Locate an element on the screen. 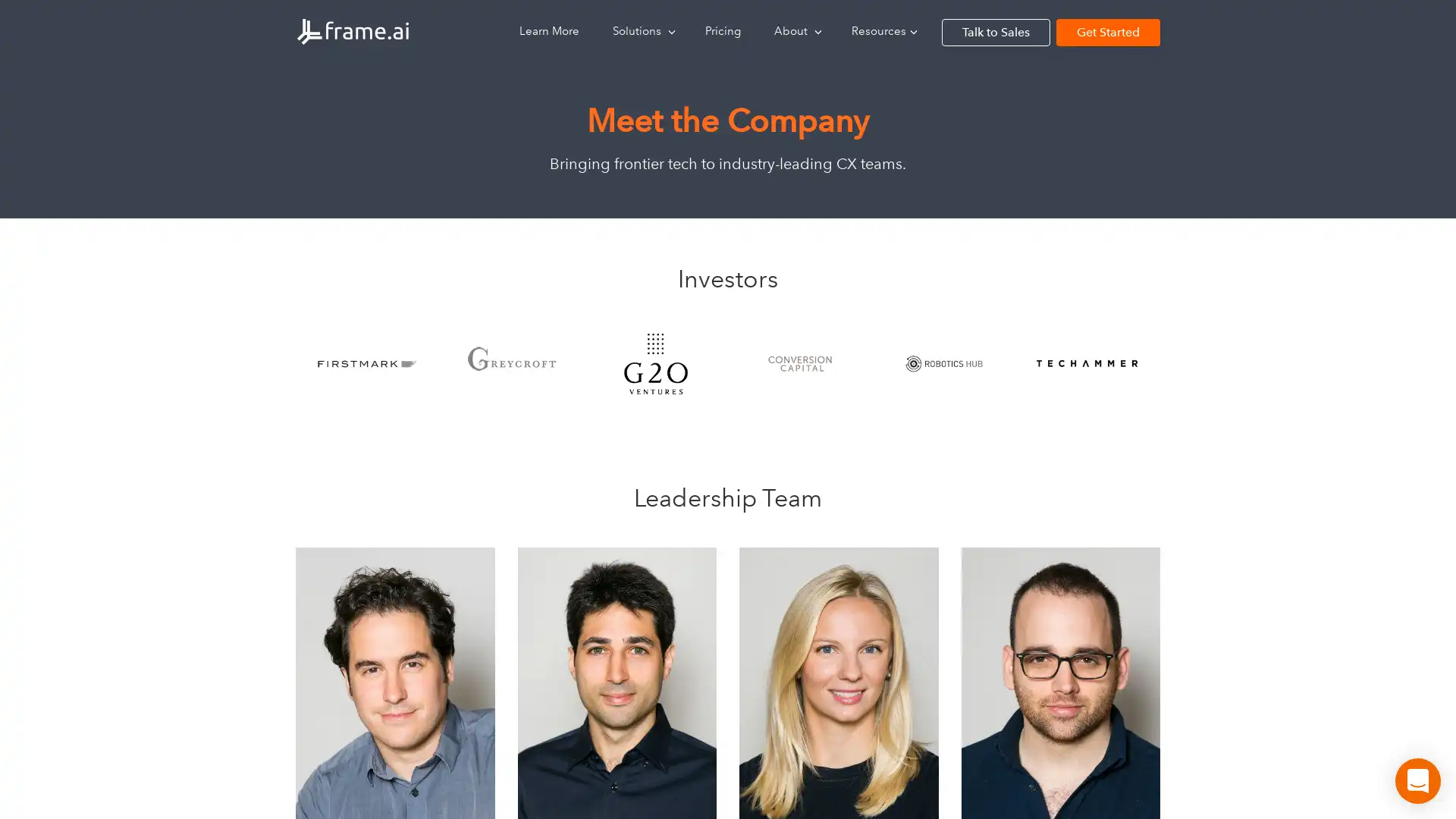  Open Intercom Messenger is located at coordinates (1417, 780).